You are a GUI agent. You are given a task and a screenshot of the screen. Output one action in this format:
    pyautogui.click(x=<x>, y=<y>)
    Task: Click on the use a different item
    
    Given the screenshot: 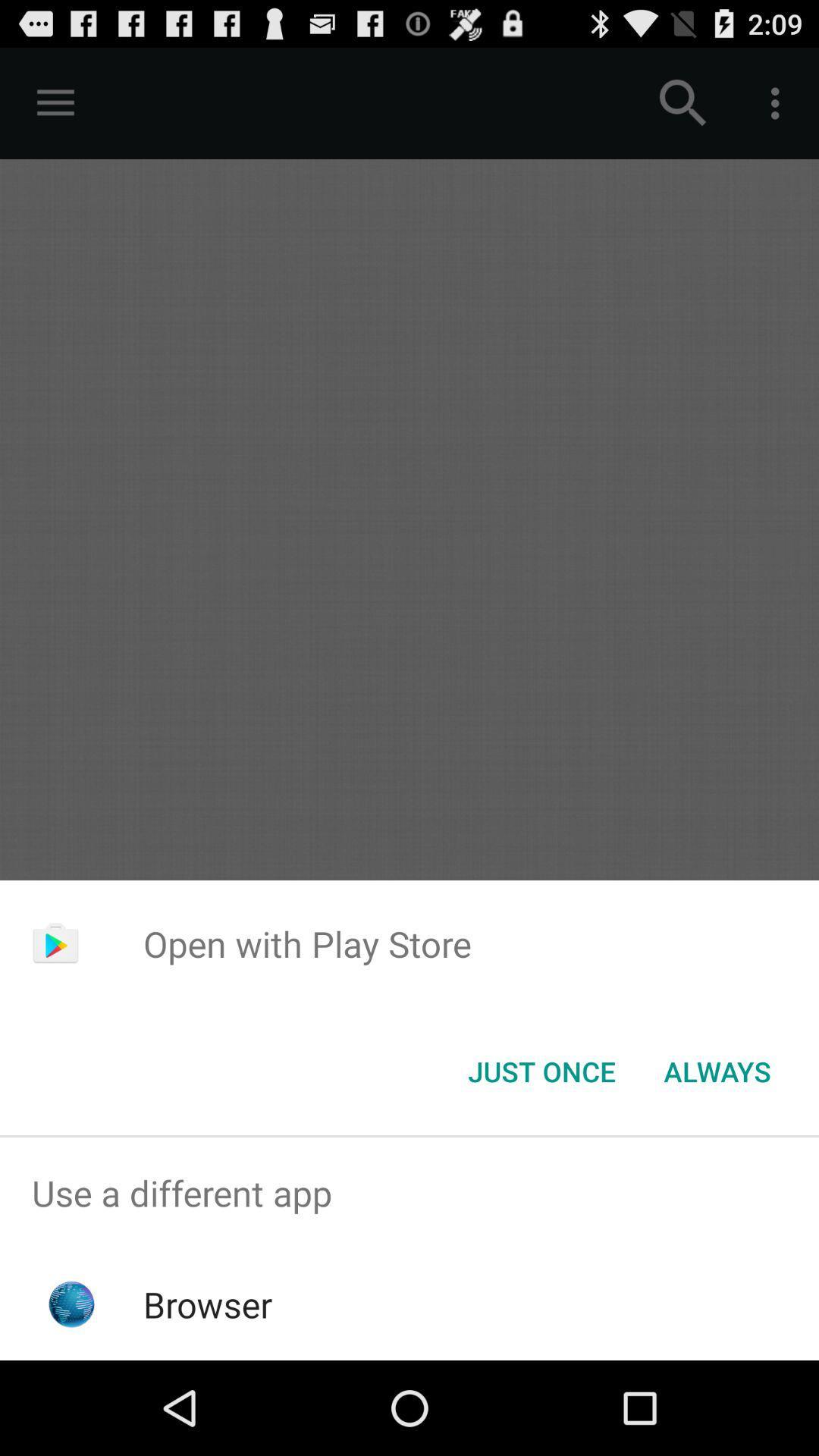 What is the action you would take?
    pyautogui.click(x=409, y=1192)
    